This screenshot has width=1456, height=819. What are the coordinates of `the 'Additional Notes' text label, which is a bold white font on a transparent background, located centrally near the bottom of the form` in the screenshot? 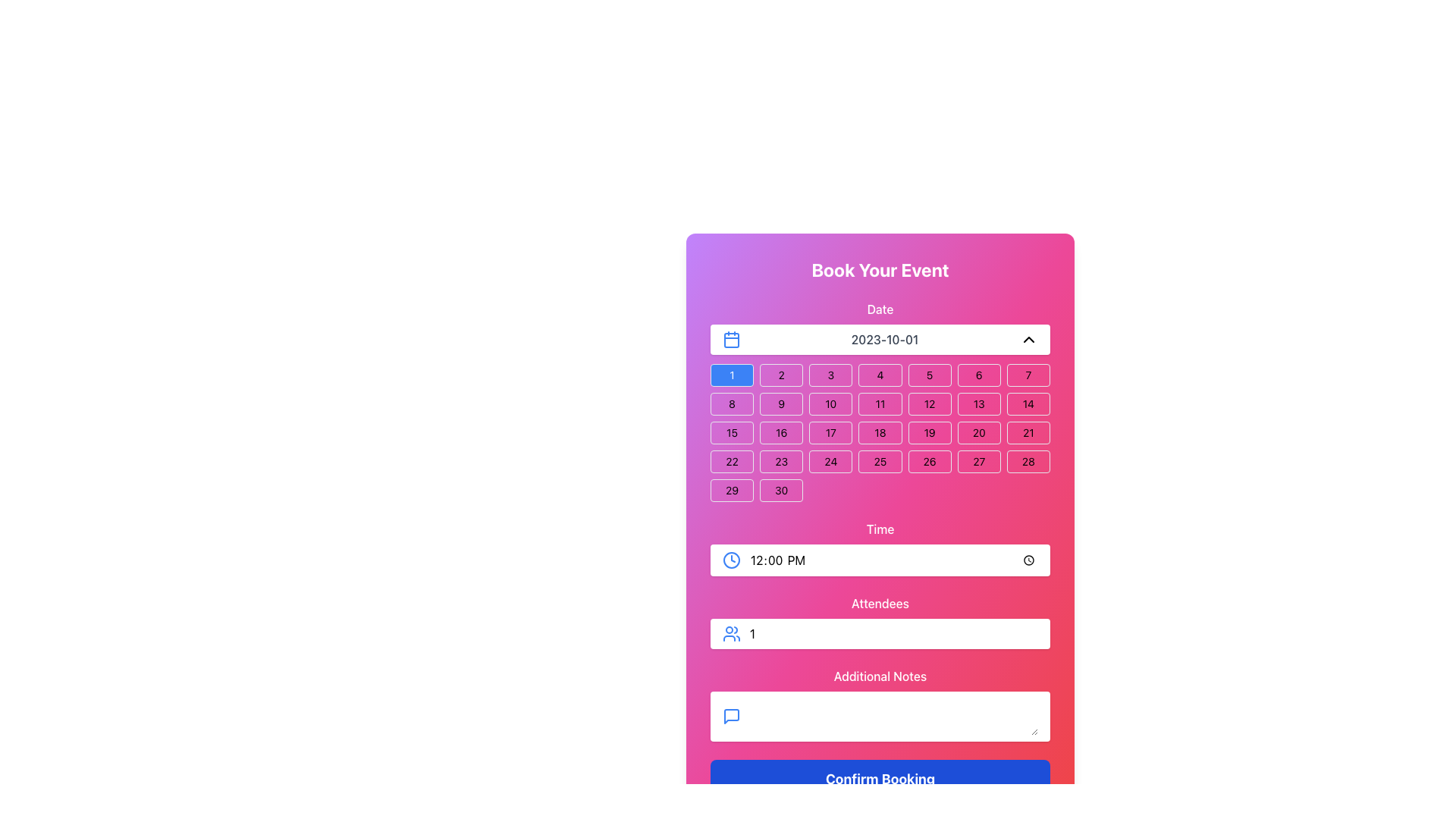 It's located at (880, 675).